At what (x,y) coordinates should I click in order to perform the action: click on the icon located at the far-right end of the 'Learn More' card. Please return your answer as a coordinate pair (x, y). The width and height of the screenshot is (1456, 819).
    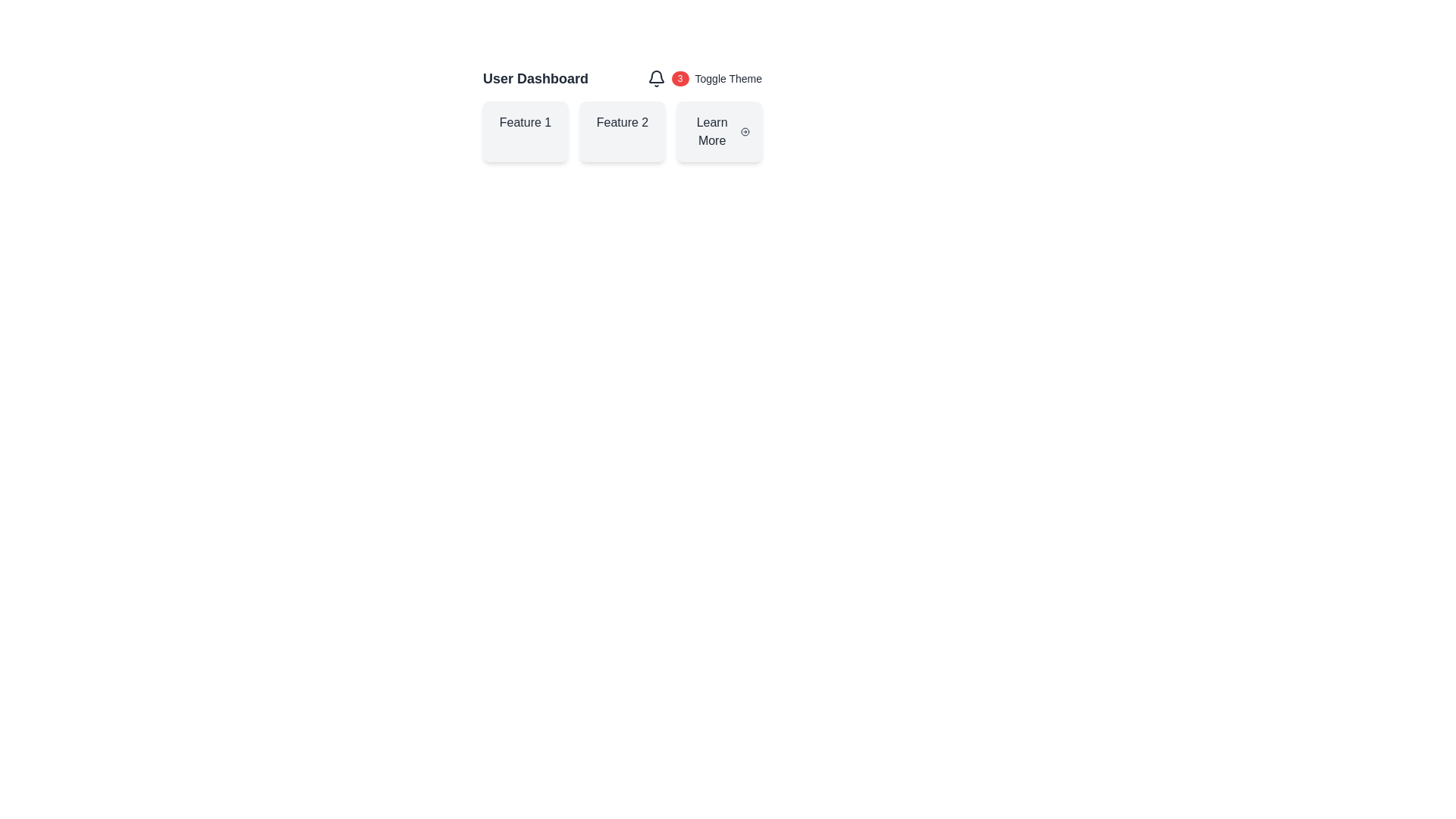
    Looking at the image, I should click on (745, 130).